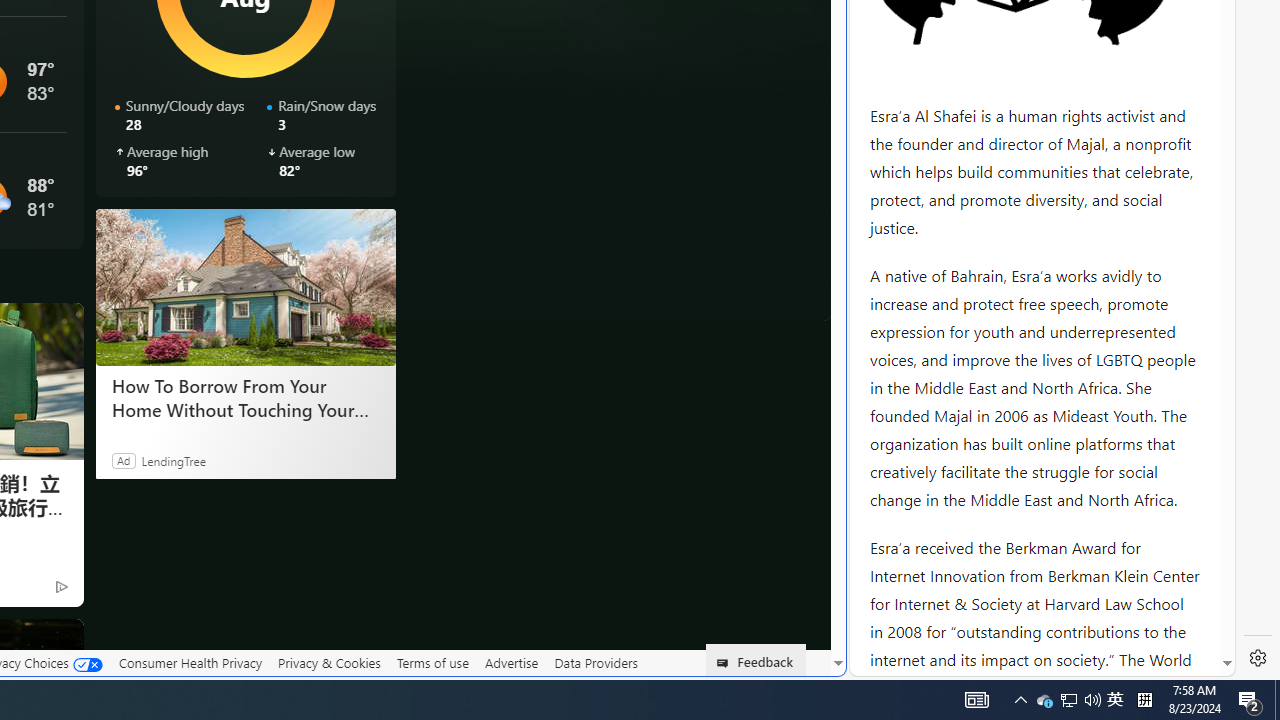 The image size is (1280, 720). I want to click on 'Terms of use', so click(431, 663).